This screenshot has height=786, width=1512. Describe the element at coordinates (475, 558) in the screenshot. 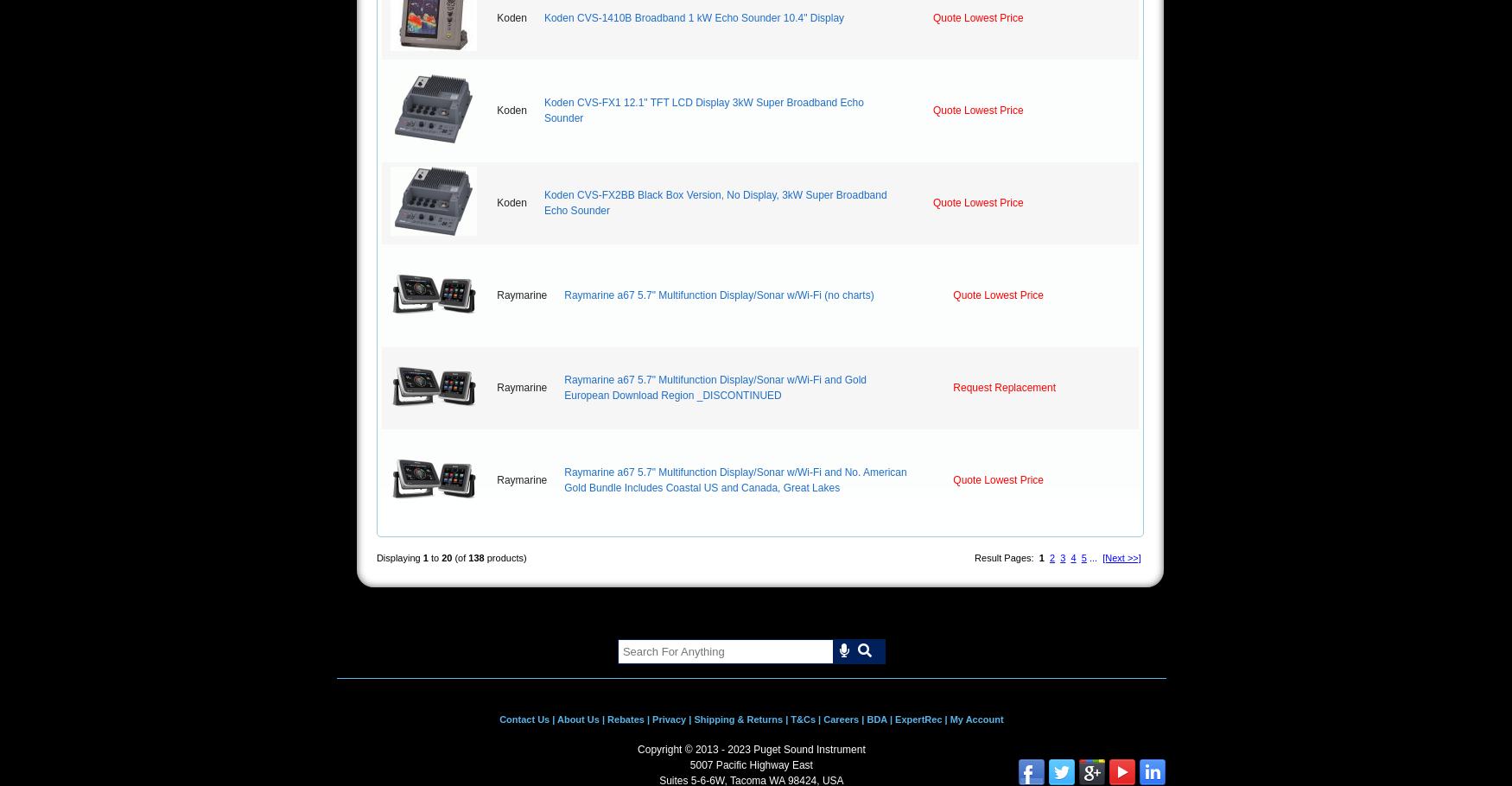

I see `'138'` at that location.